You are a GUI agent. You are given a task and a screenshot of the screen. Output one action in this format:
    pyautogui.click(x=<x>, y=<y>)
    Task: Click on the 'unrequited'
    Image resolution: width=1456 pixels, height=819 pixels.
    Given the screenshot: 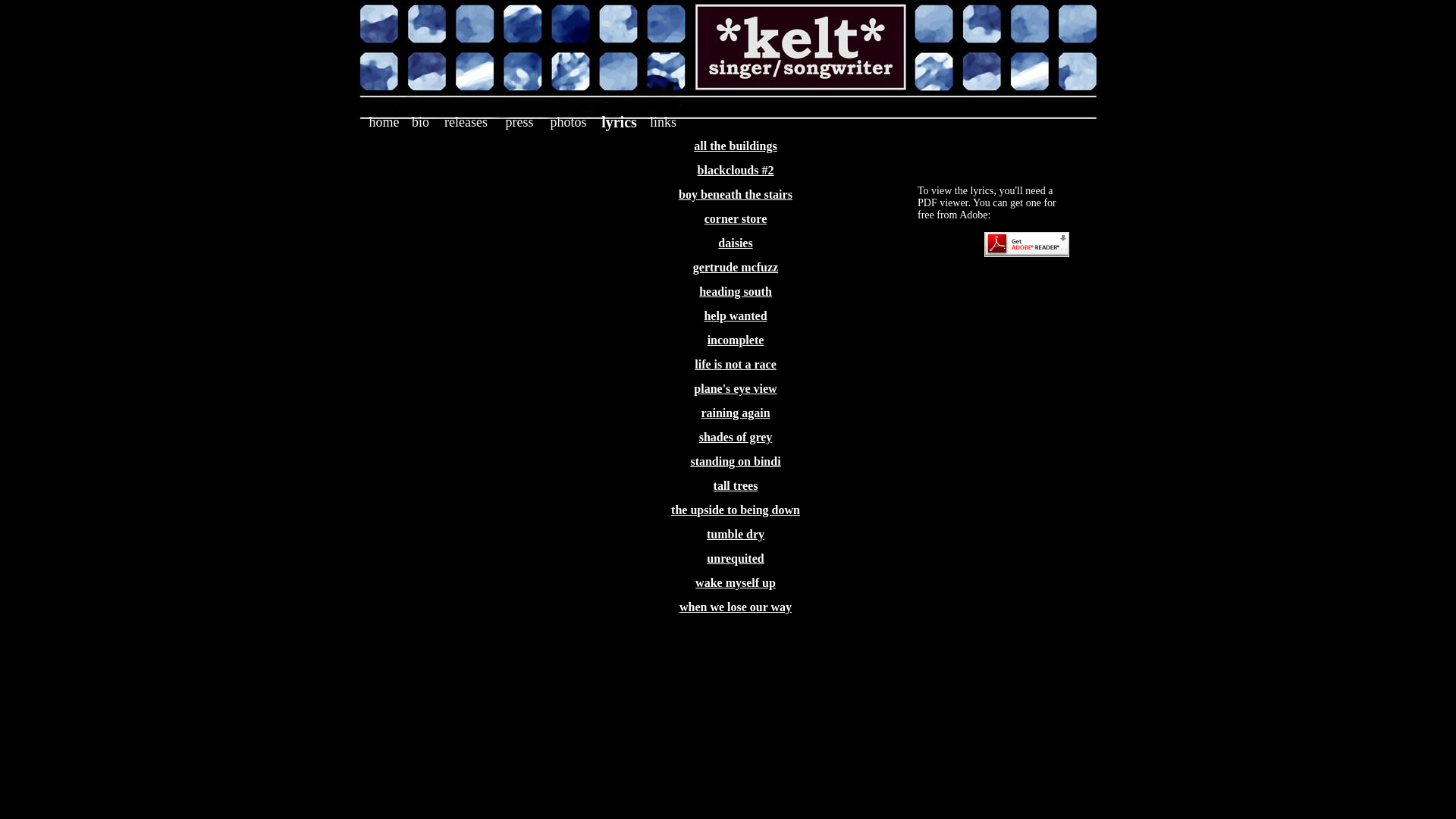 What is the action you would take?
    pyautogui.click(x=735, y=558)
    